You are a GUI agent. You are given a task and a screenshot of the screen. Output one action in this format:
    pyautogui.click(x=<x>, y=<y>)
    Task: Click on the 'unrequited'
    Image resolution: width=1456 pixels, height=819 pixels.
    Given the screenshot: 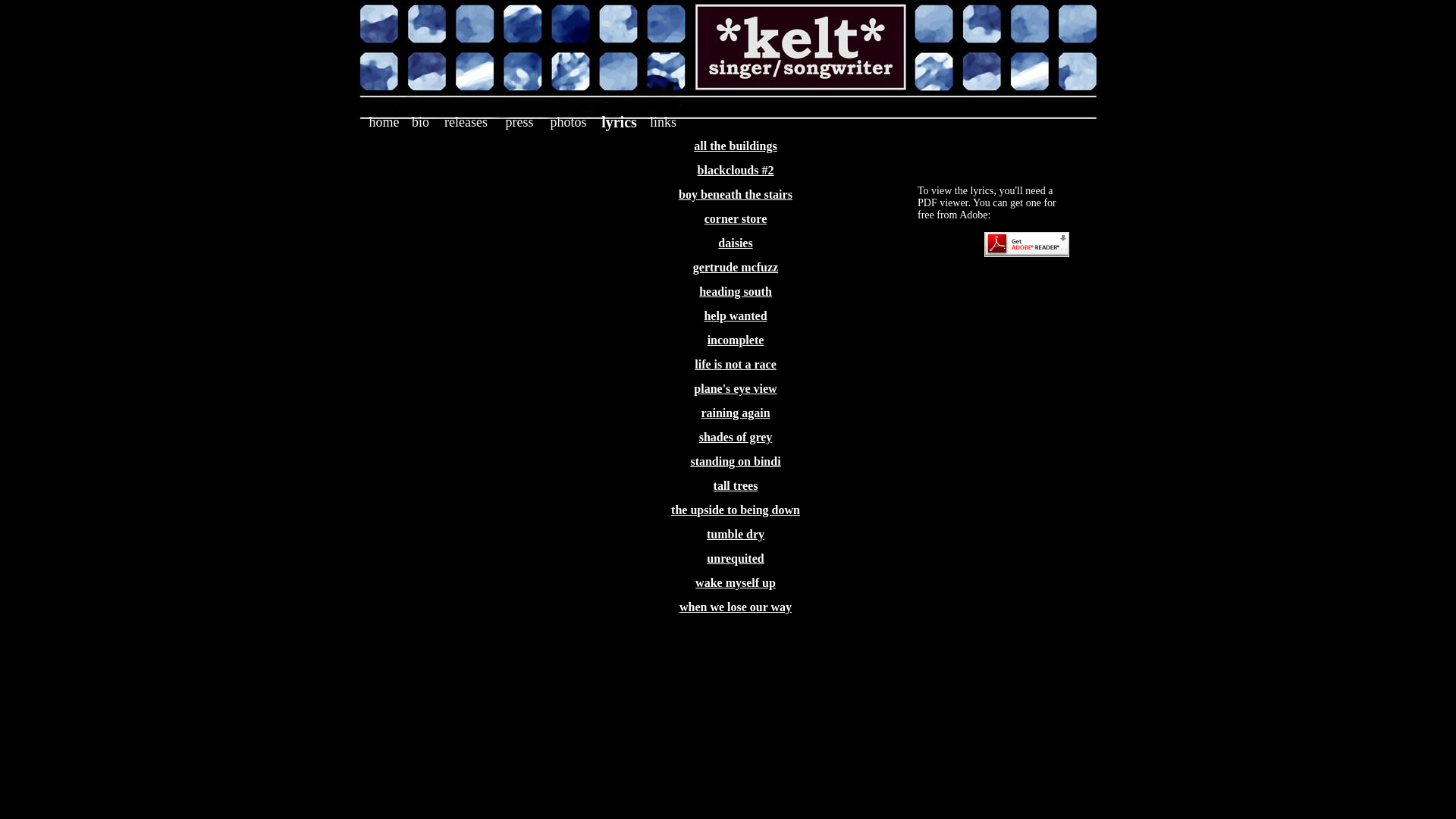 What is the action you would take?
    pyautogui.click(x=735, y=558)
    